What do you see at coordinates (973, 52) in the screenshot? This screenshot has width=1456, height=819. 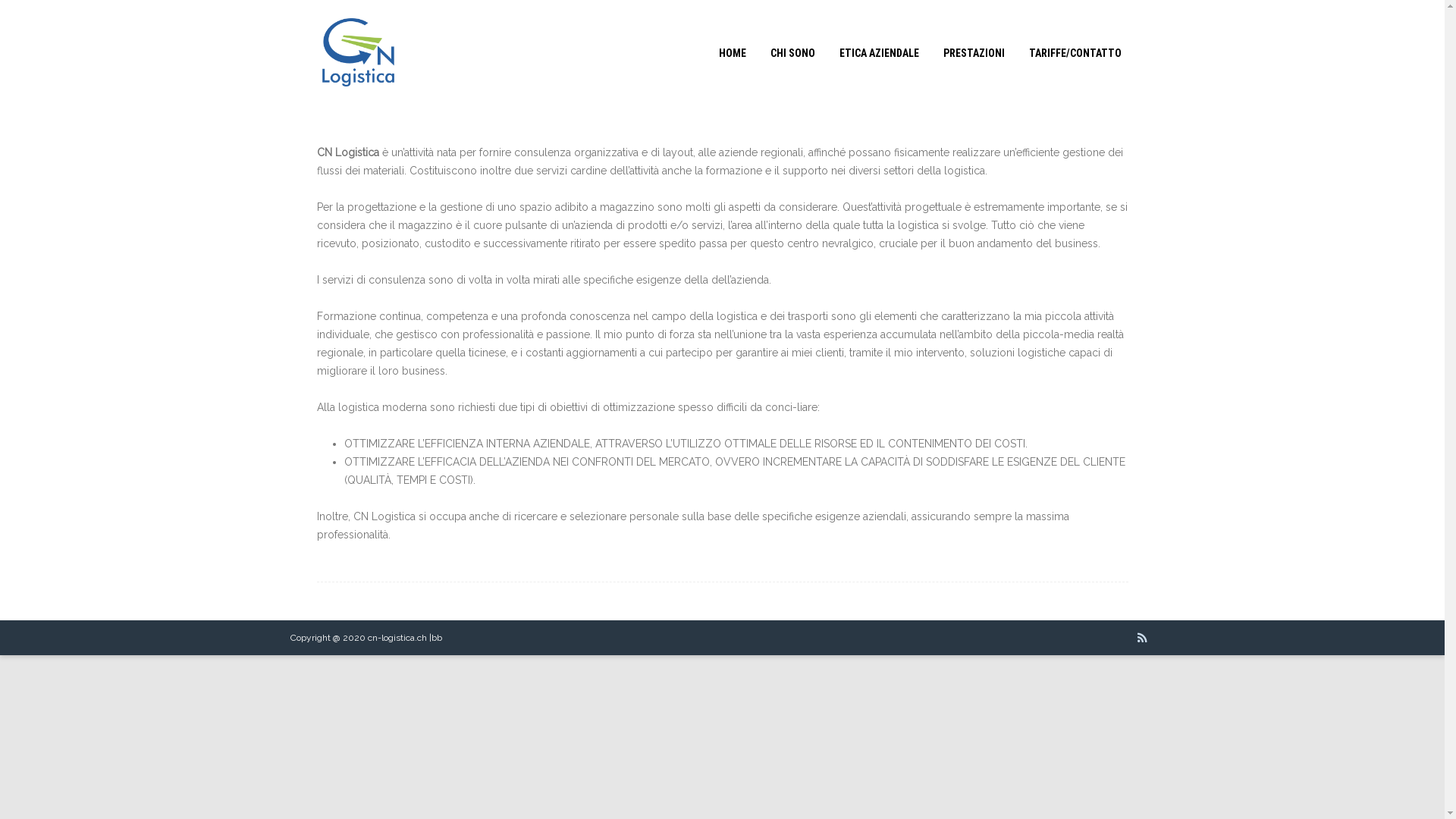 I see `'PRESTAZIONI'` at bounding box center [973, 52].